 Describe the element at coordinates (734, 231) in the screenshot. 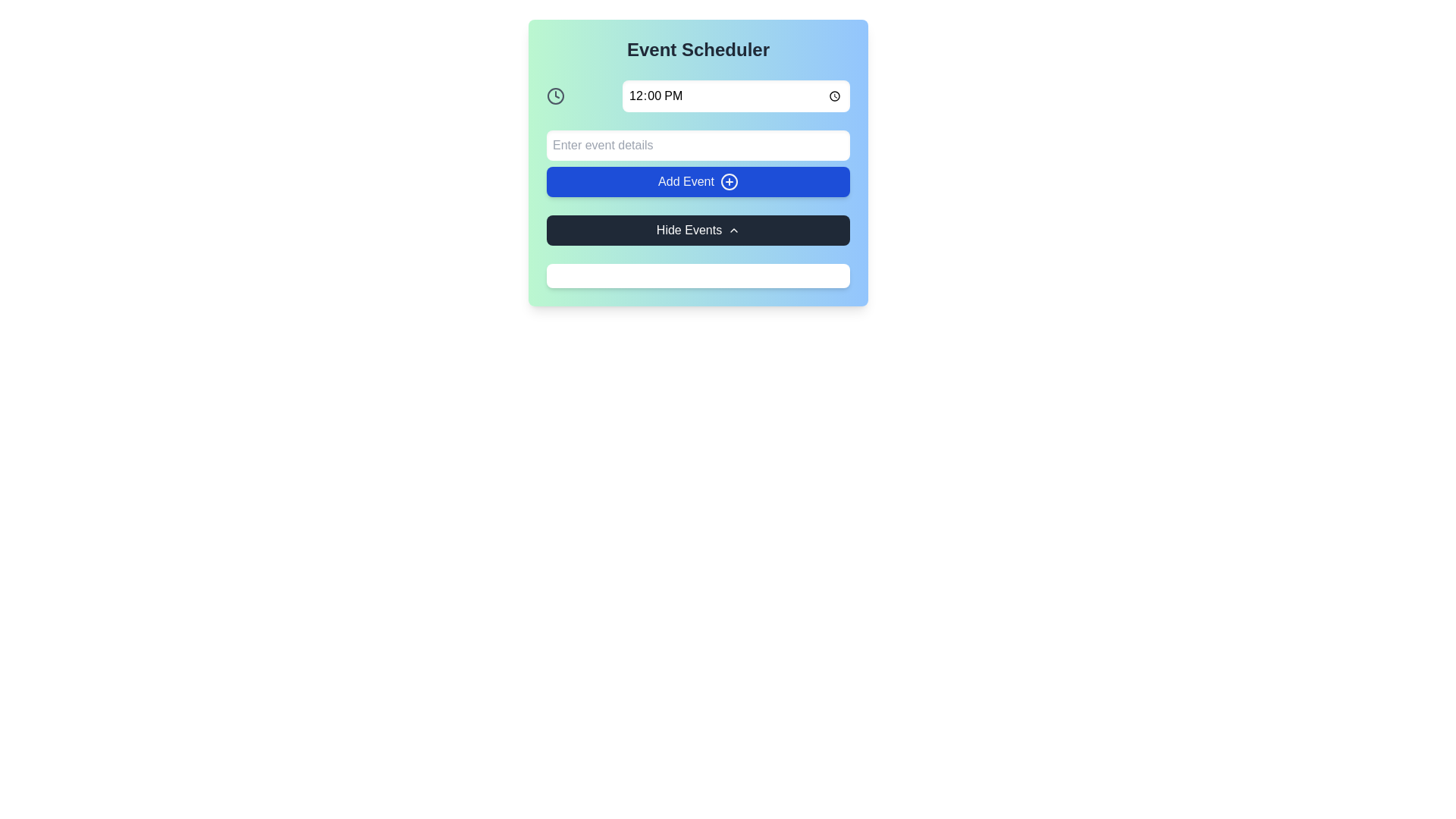

I see `the button labeled 'Hide Events' which contains an upward-pointing chevron arrow icon on the right side of the text` at that location.